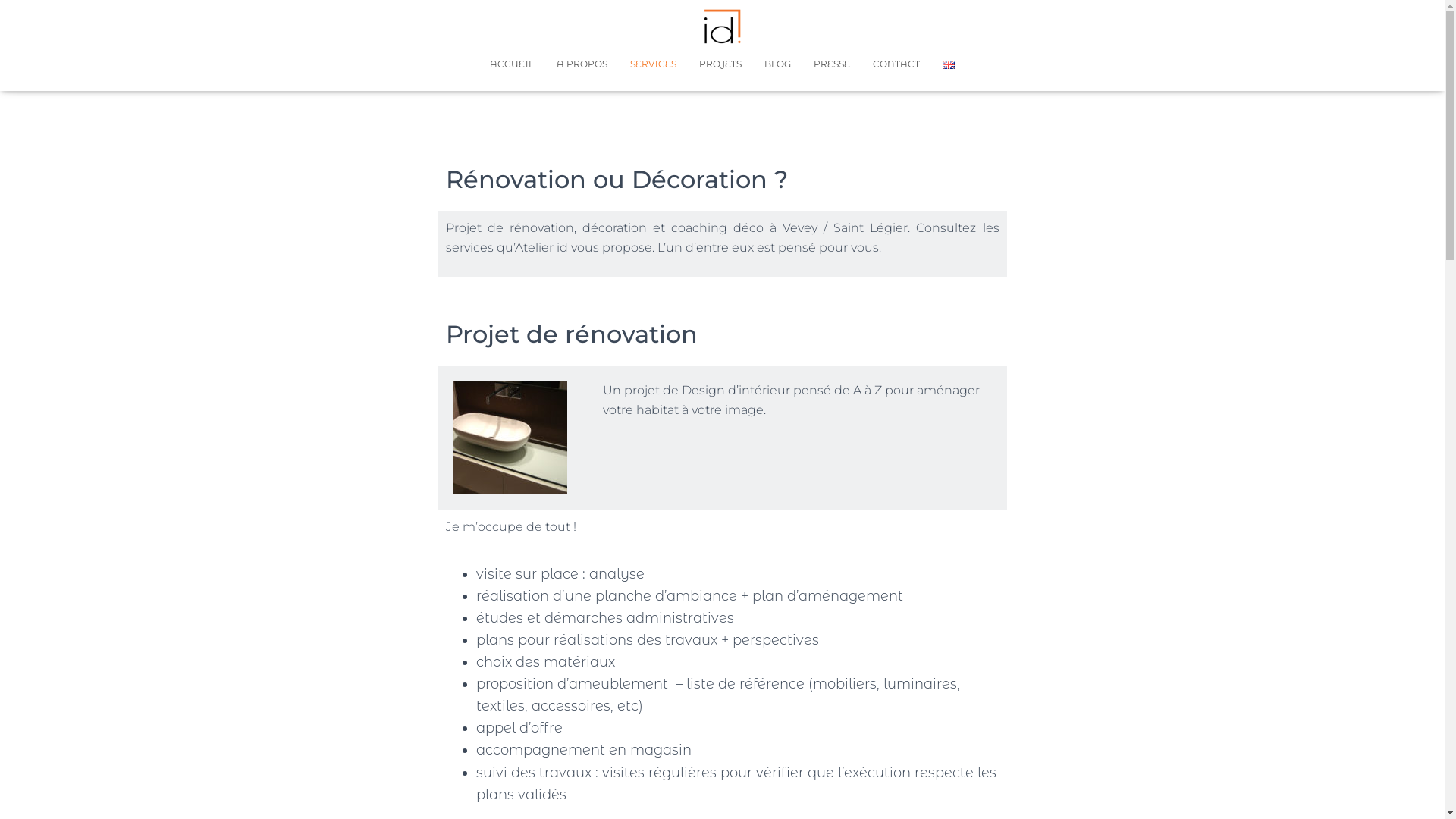 The width and height of the screenshot is (1456, 819). Describe the element at coordinates (777, 63) in the screenshot. I see `'BLOG'` at that location.